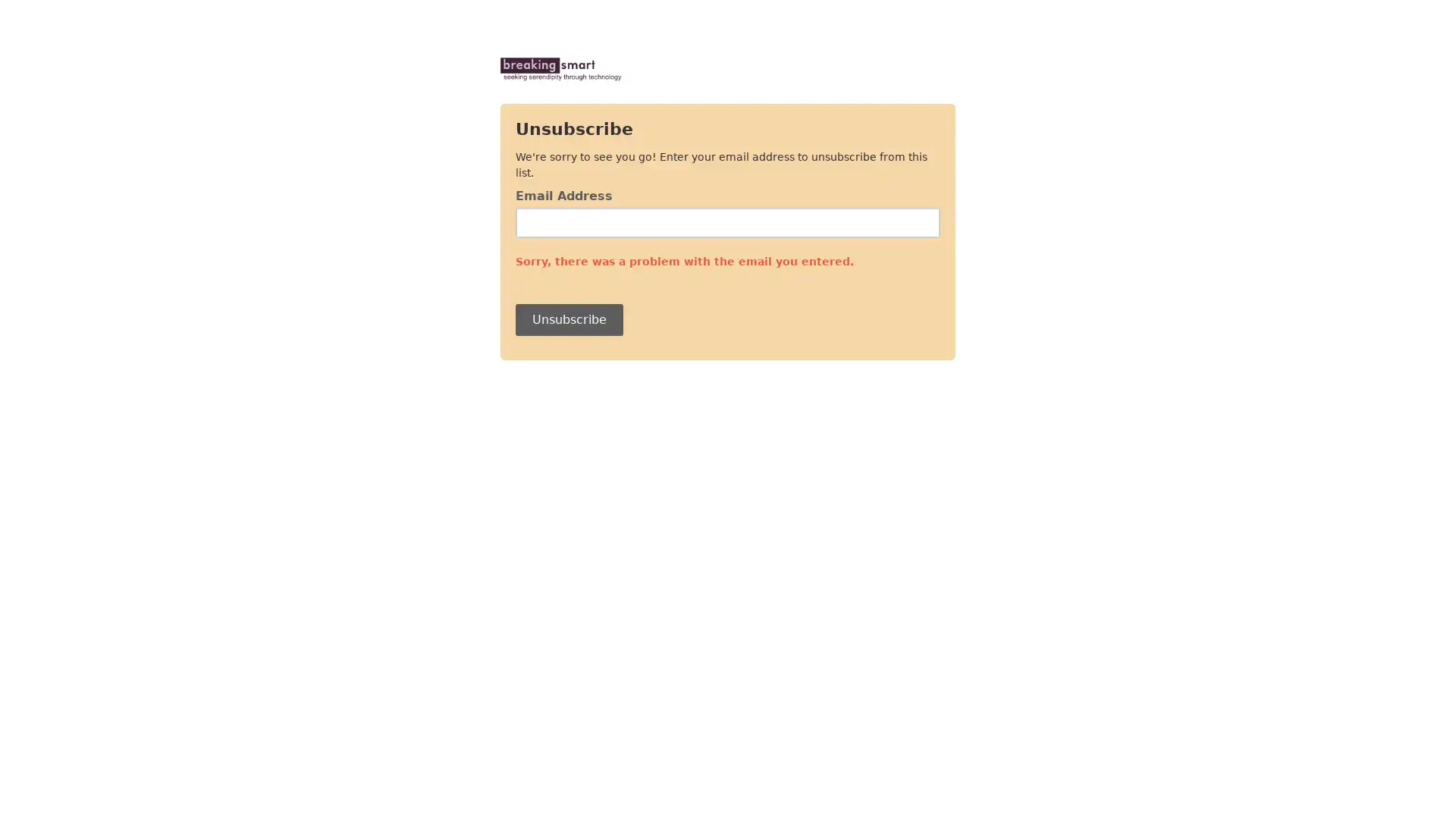  Describe the element at coordinates (568, 318) in the screenshot. I see `Unsubscribe` at that location.